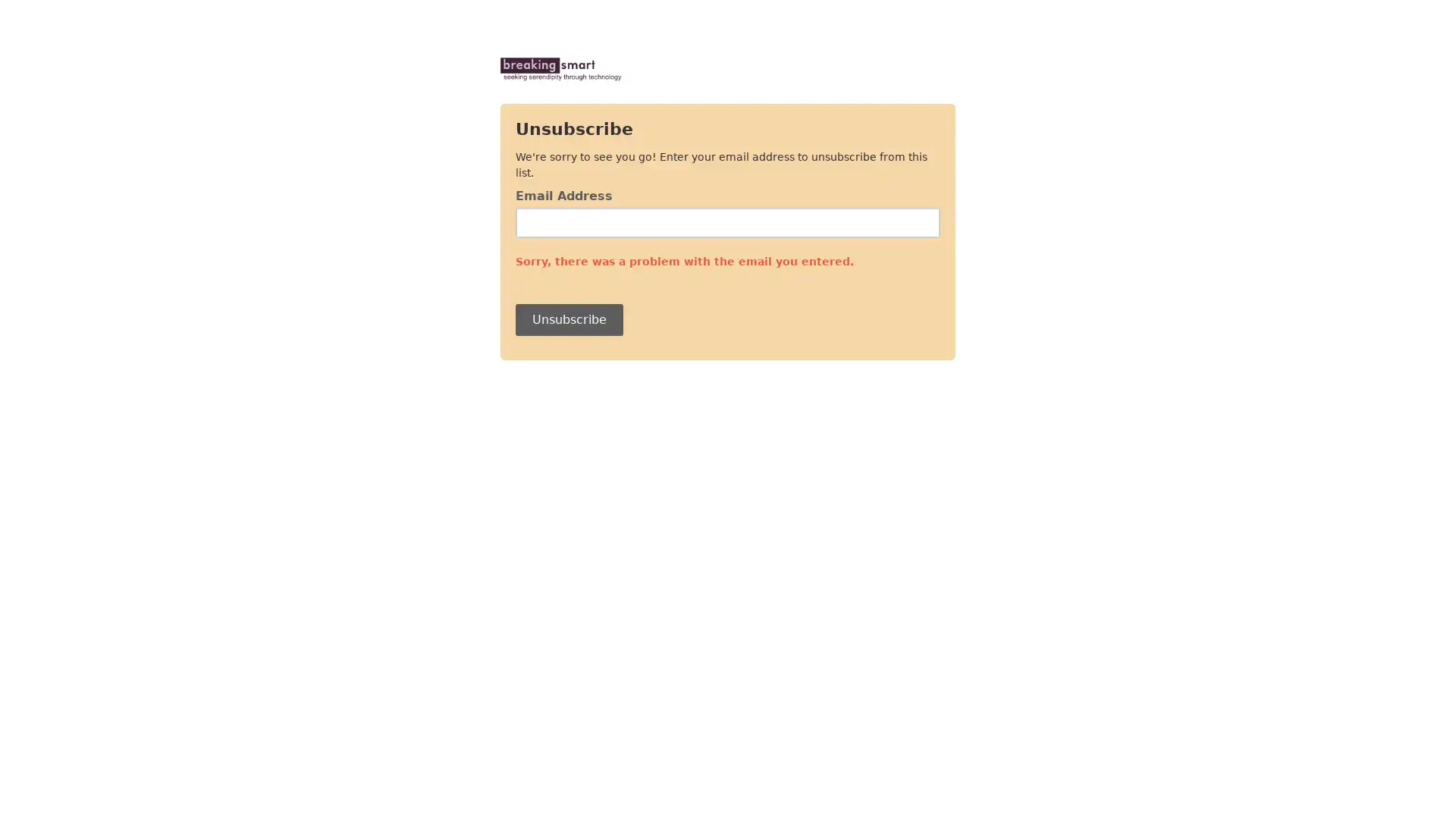  Describe the element at coordinates (568, 318) in the screenshot. I see `Unsubscribe` at that location.